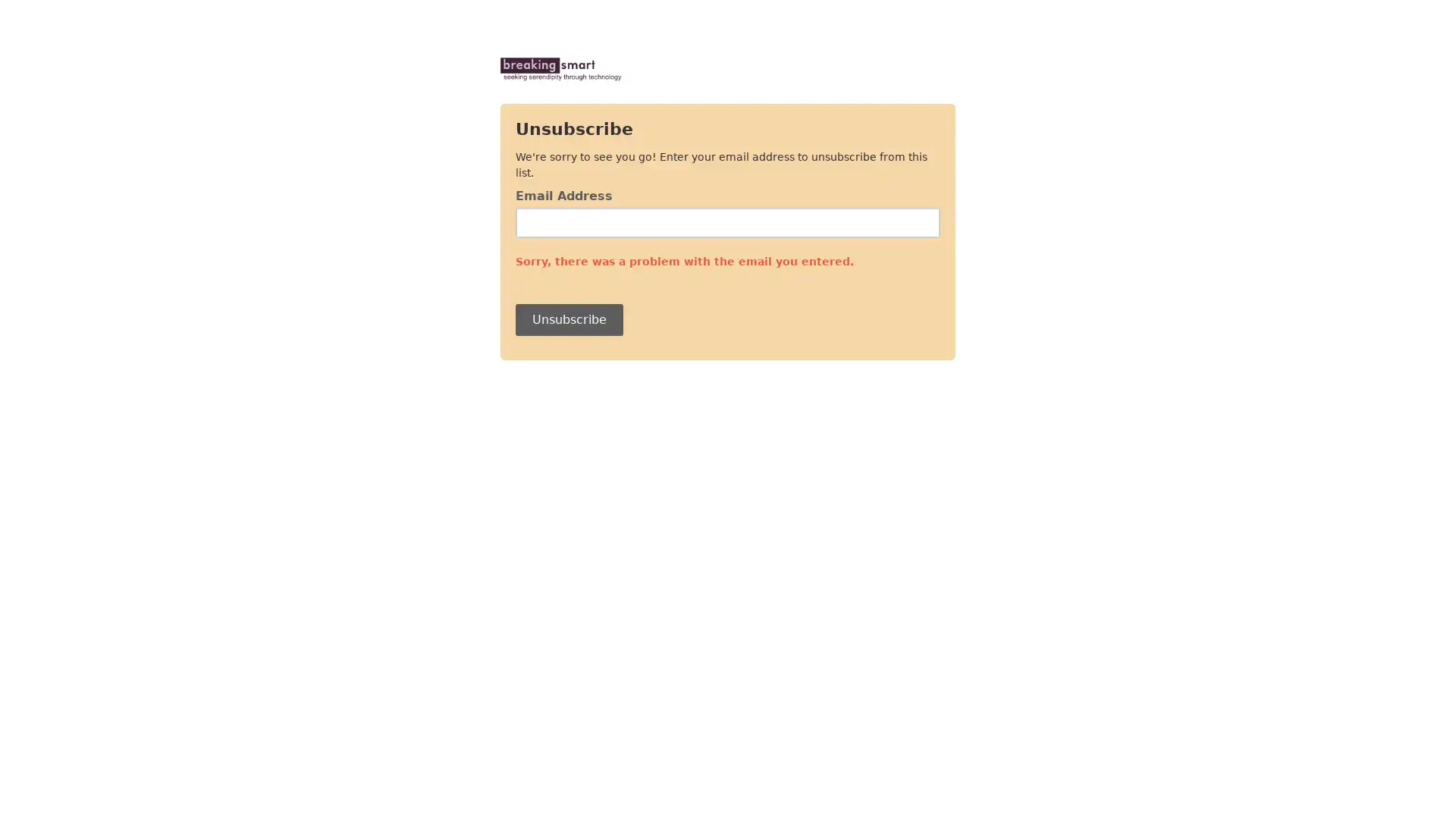  Describe the element at coordinates (568, 318) in the screenshot. I see `Unsubscribe` at that location.